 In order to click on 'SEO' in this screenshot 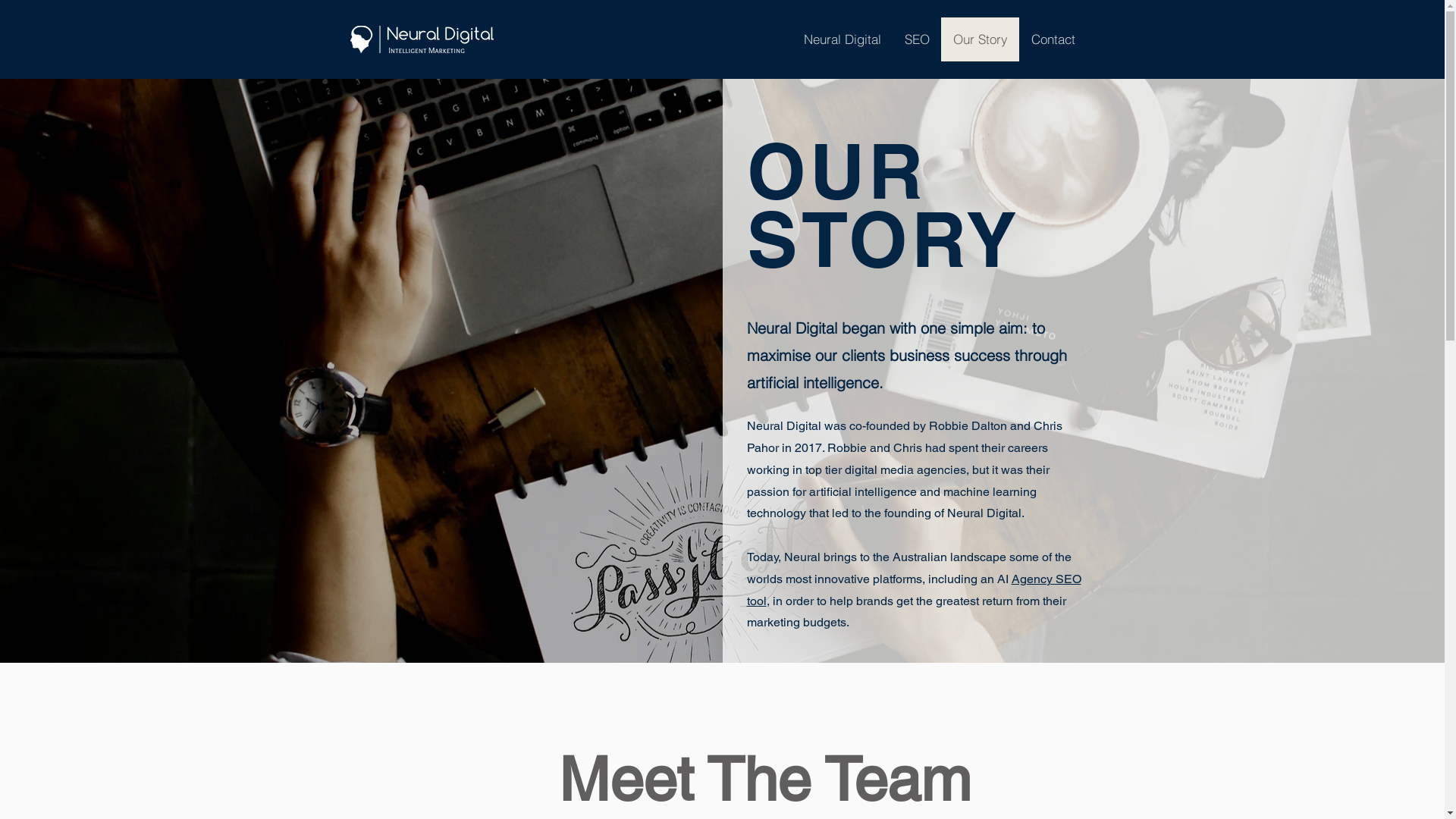, I will do `click(916, 38)`.